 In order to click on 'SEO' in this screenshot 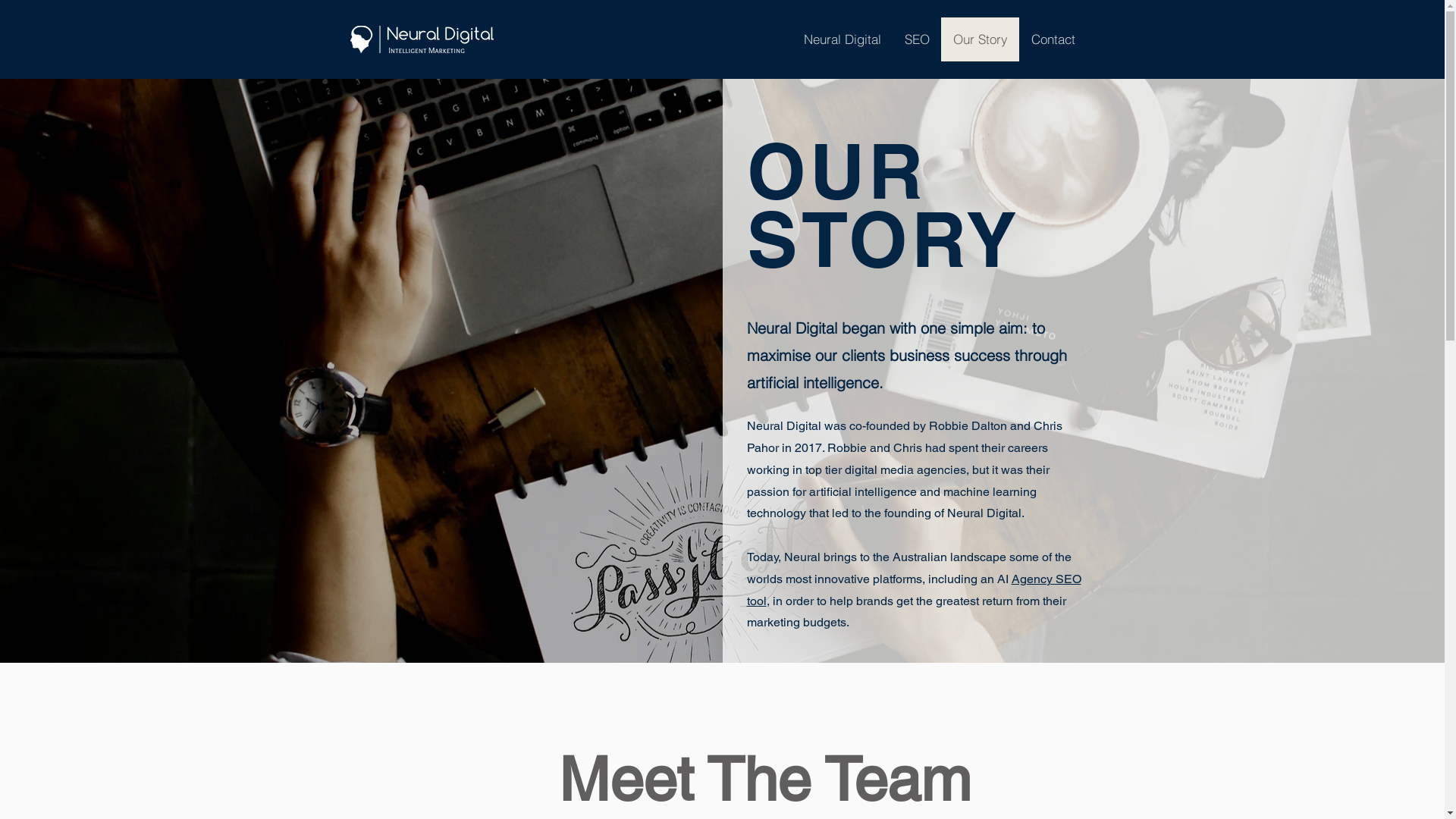, I will do `click(916, 38)`.